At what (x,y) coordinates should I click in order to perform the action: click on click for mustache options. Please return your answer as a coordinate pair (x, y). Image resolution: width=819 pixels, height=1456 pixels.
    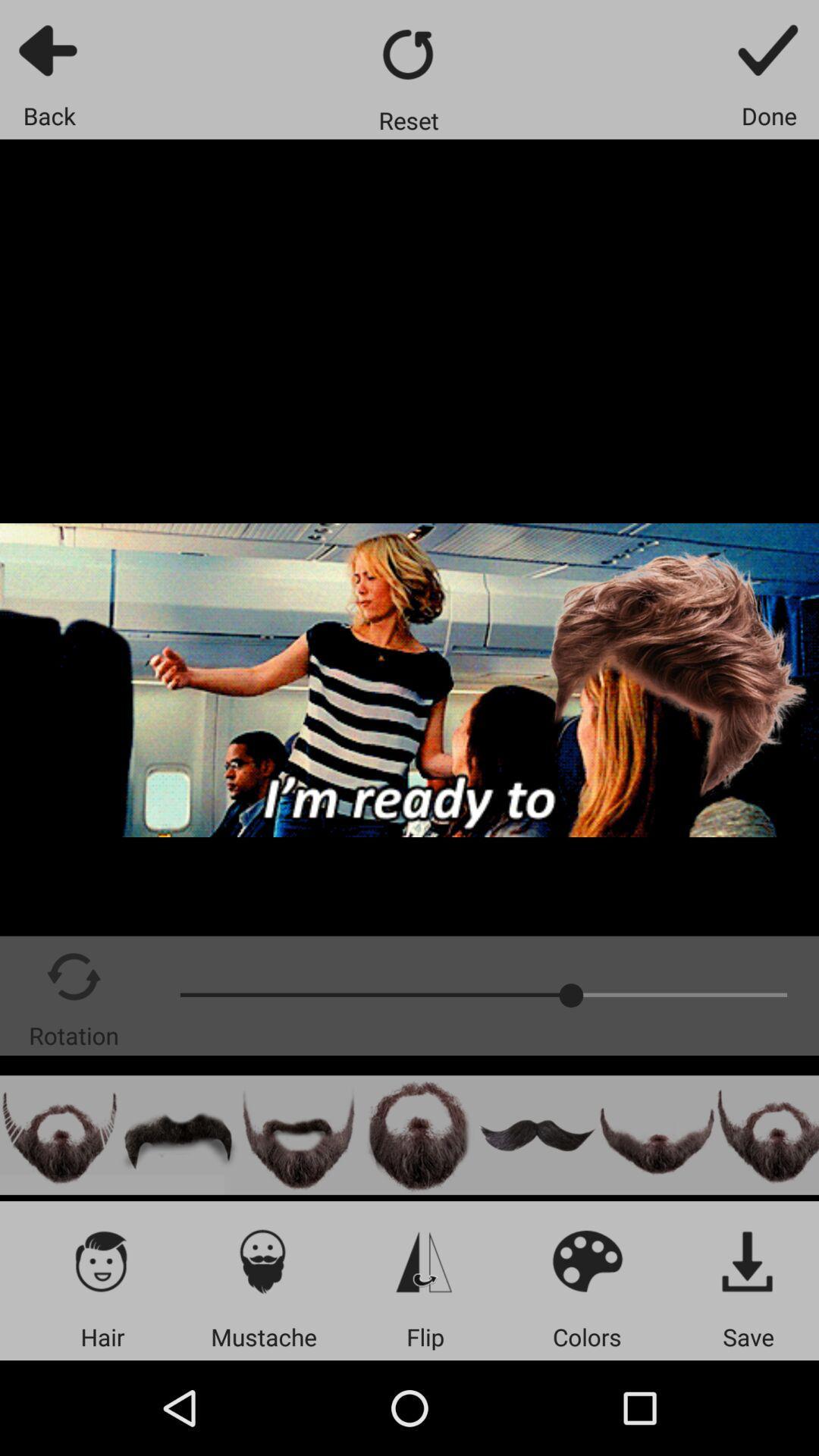
    Looking at the image, I should click on (262, 1260).